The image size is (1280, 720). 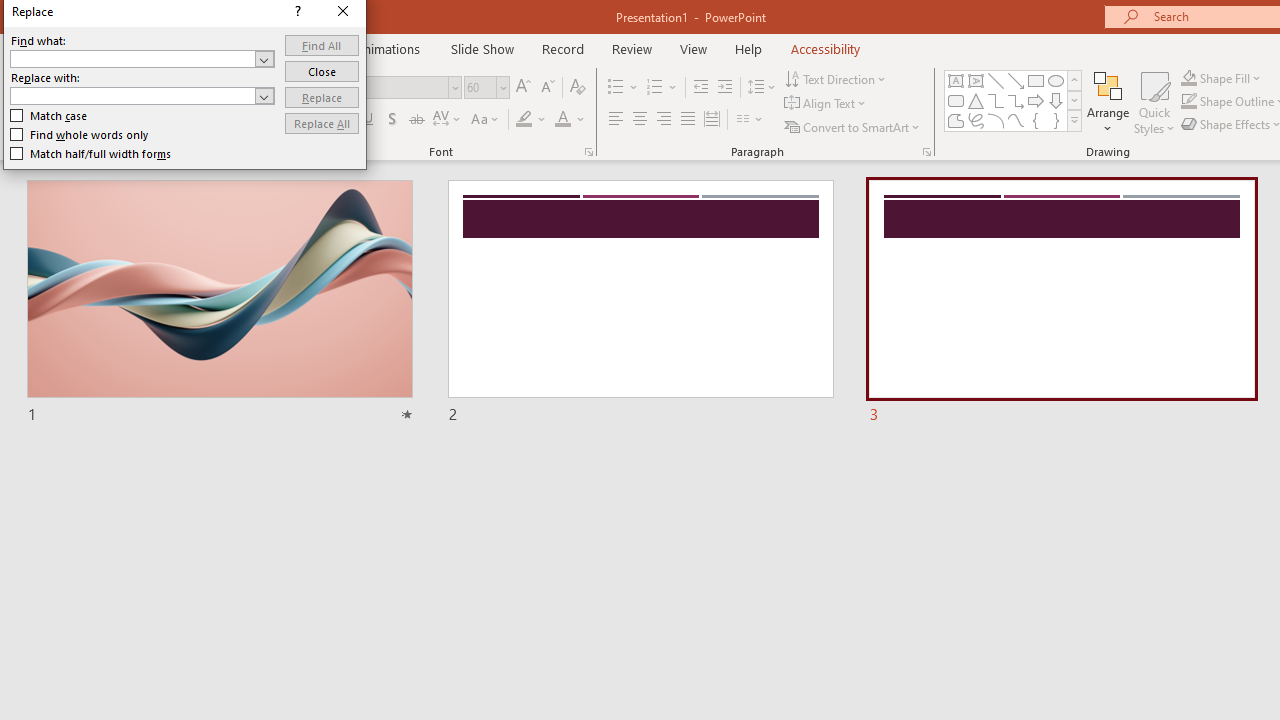 I want to click on 'Increase Indent', so click(x=724, y=86).